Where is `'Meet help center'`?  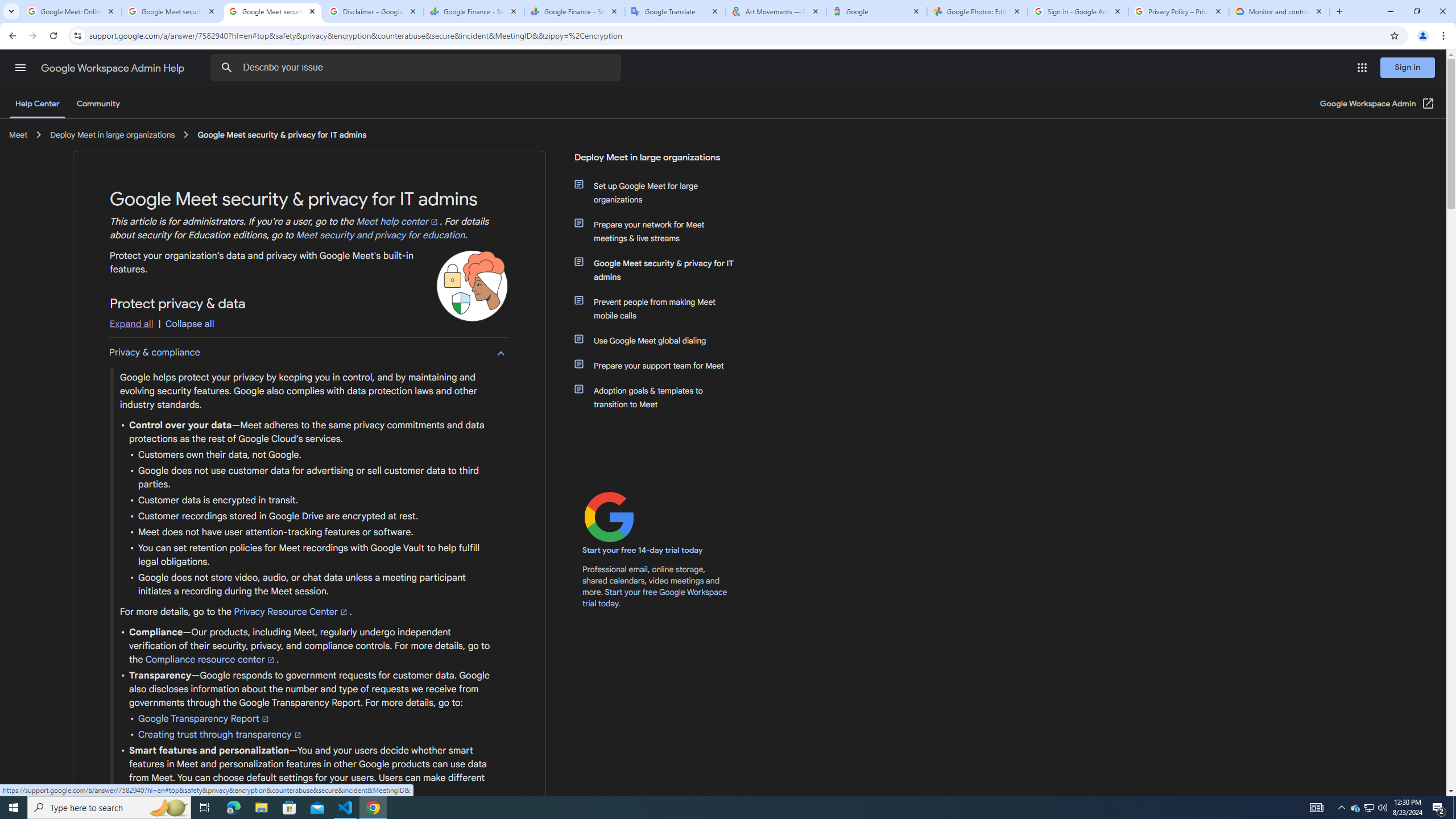 'Meet help center' is located at coordinates (398, 222).